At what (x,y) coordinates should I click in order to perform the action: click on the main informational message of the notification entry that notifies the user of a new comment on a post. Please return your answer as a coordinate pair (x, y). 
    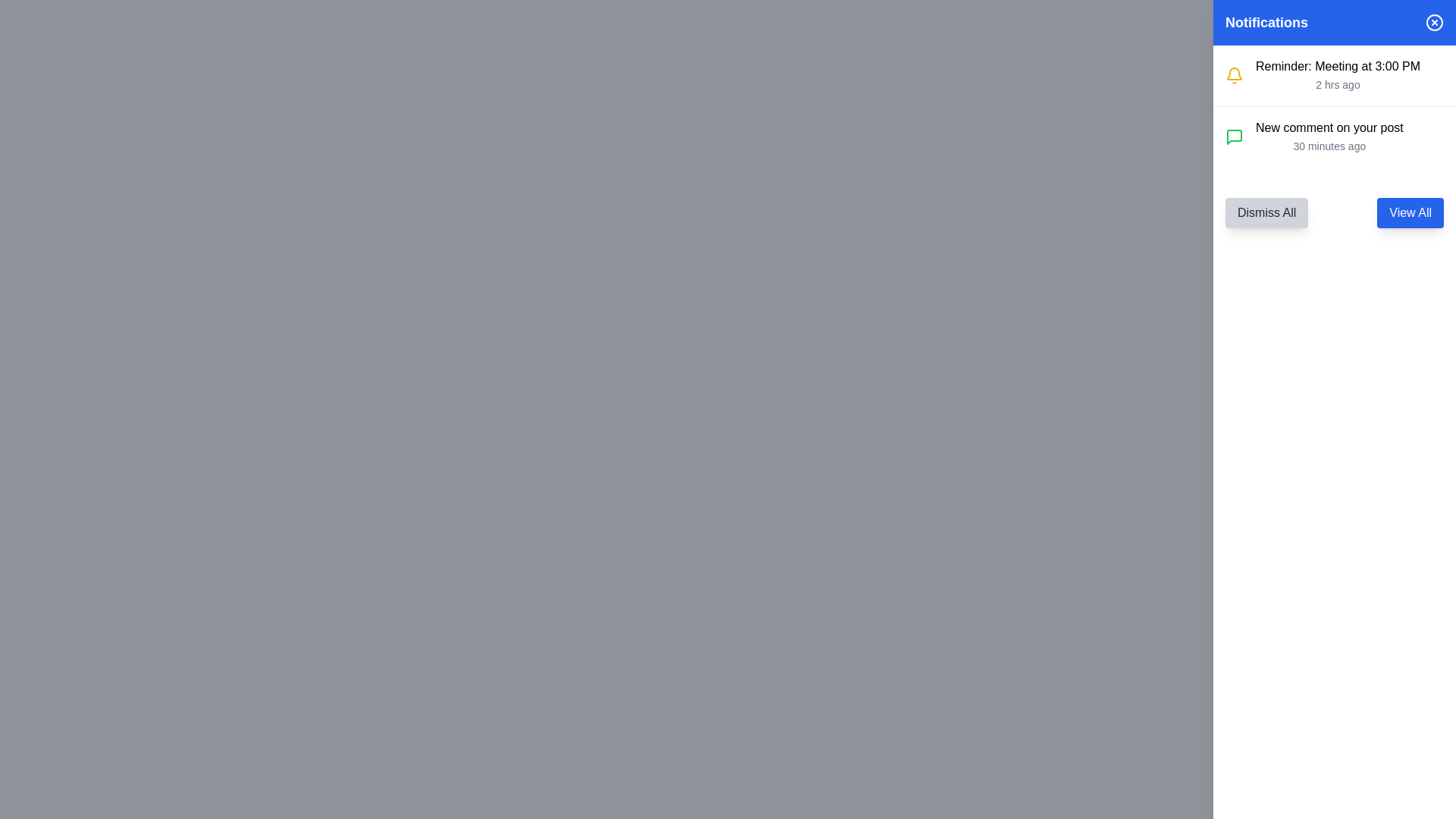
    Looking at the image, I should click on (1328, 127).